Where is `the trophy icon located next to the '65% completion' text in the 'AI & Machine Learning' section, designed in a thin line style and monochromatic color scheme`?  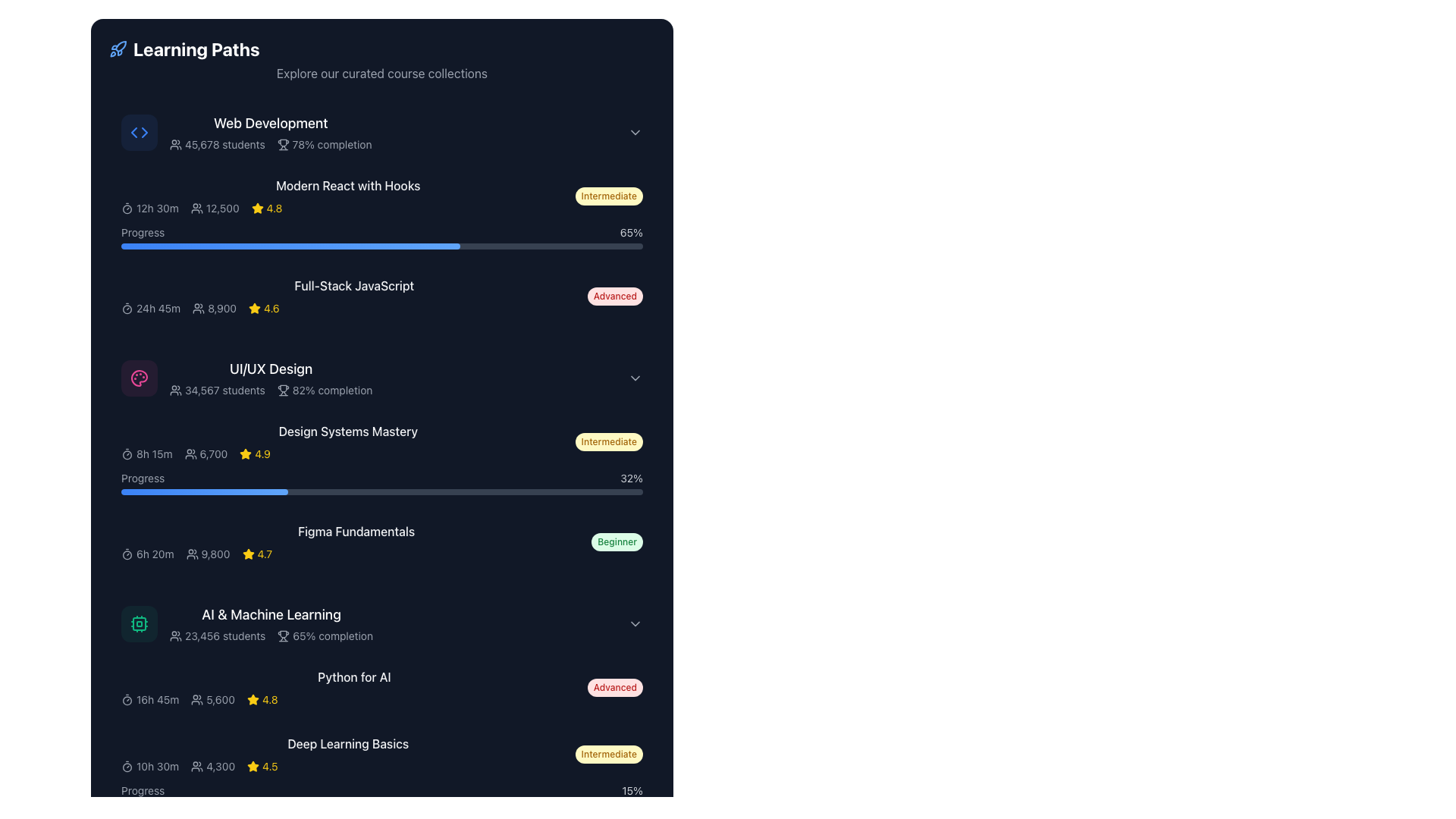
the trophy icon located next to the '65% completion' text in the 'AI & Machine Learning' section, designed in a thin line style and monochromatic color scheme is located at coordinates (284, 634).